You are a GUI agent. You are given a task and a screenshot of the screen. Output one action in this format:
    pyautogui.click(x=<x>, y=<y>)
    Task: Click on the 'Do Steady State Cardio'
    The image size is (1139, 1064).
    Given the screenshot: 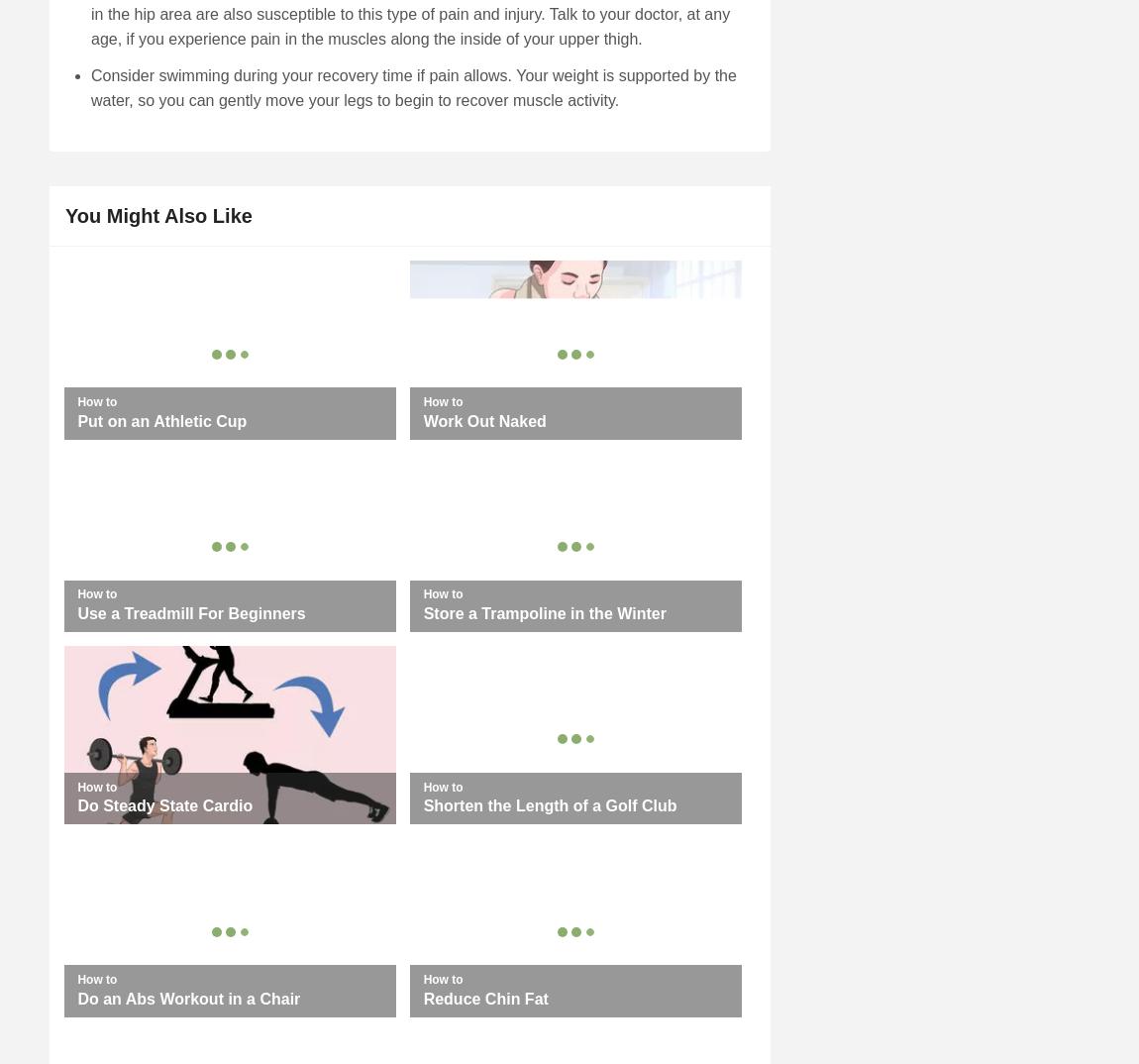 What is the action you would take?
    pyautogui.click(x=163, y=805)
    